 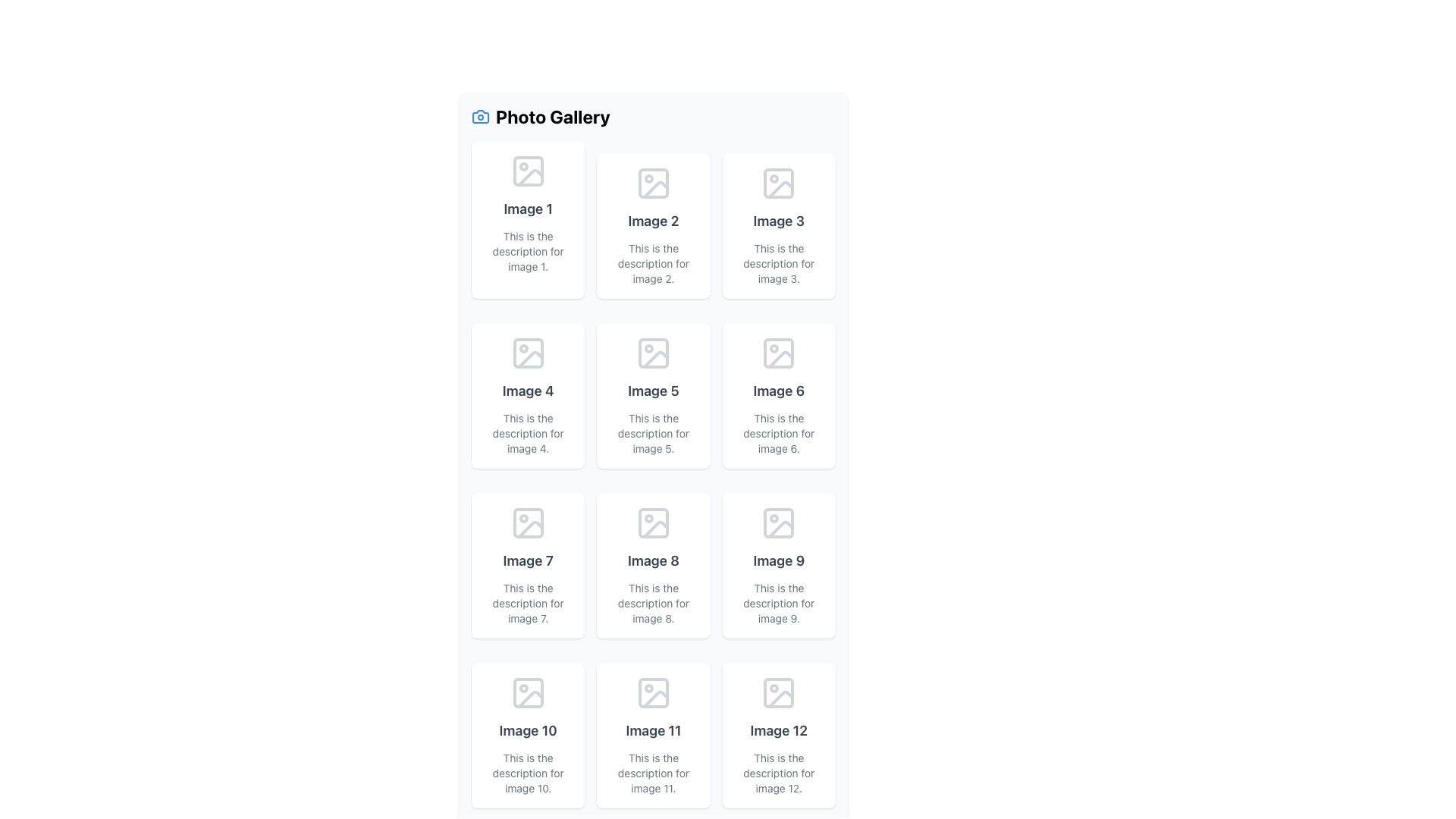 What do you see at coordinates (779, 221) in the screenshot?
I see `text content of the text label displaying 'Image 3', which is part of the photo gallery interface located in the top right corner of the grid layout` at bounding box center [779, 221].